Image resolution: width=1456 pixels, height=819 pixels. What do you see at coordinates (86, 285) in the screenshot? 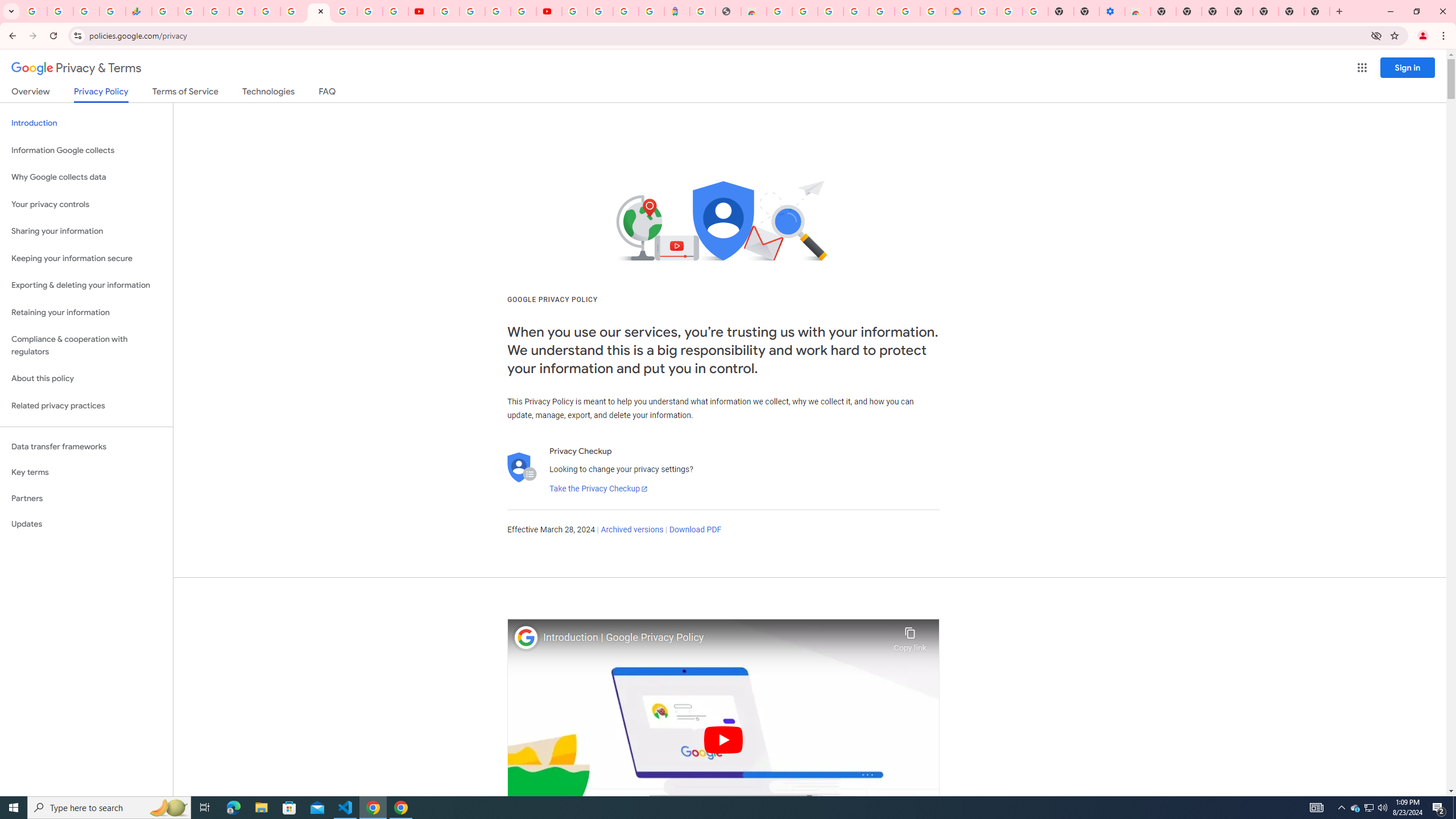
I see `'Exporting & deleting your information'` at bounding box center [86, 285].